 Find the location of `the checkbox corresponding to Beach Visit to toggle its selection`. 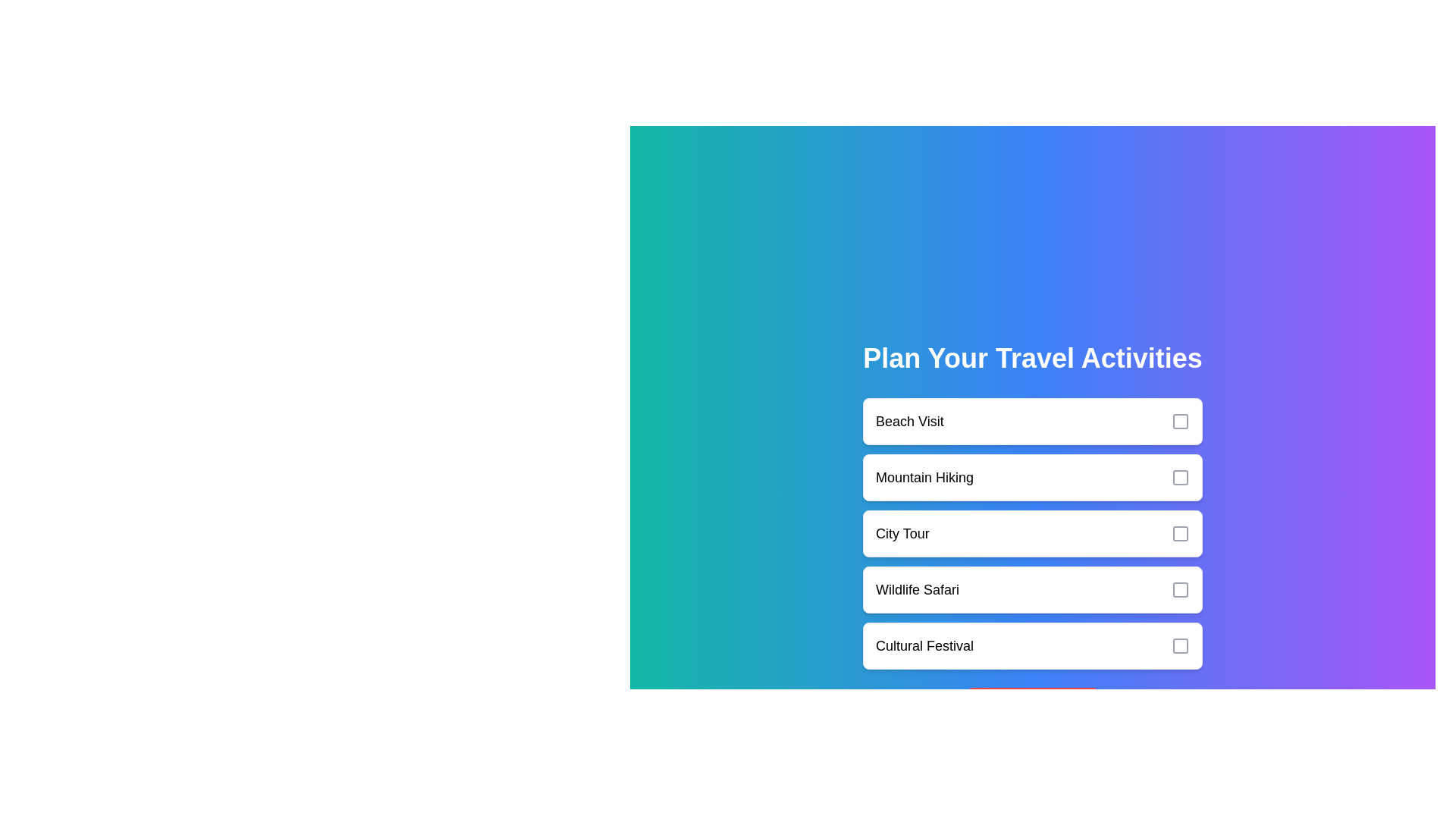

the checkbox corresponding to Beach Visit to toggle its selection is located at coordinates (1179, 421).